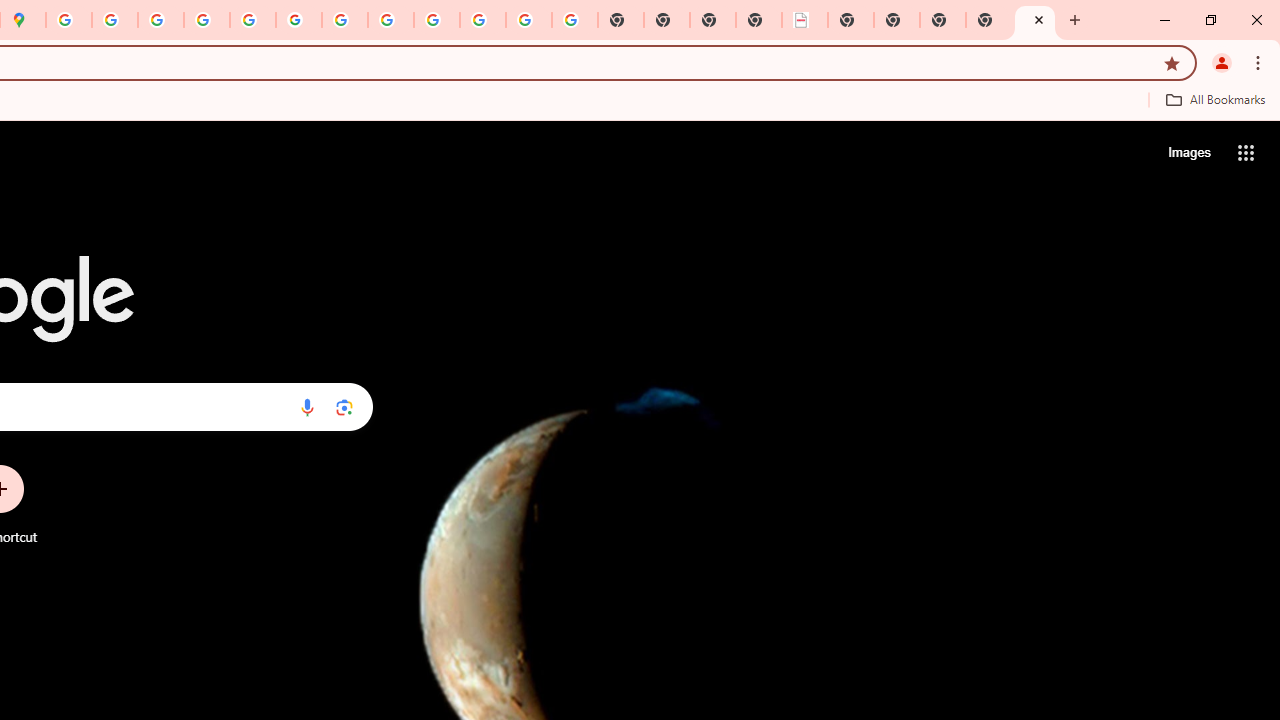 The width and height of the screenshot is (1280, 720). What do you see at coordinates (207, 20) in the screenshot?
I see `'Privacy Help Center - Policies Help'` at bounding box center [207, 20].